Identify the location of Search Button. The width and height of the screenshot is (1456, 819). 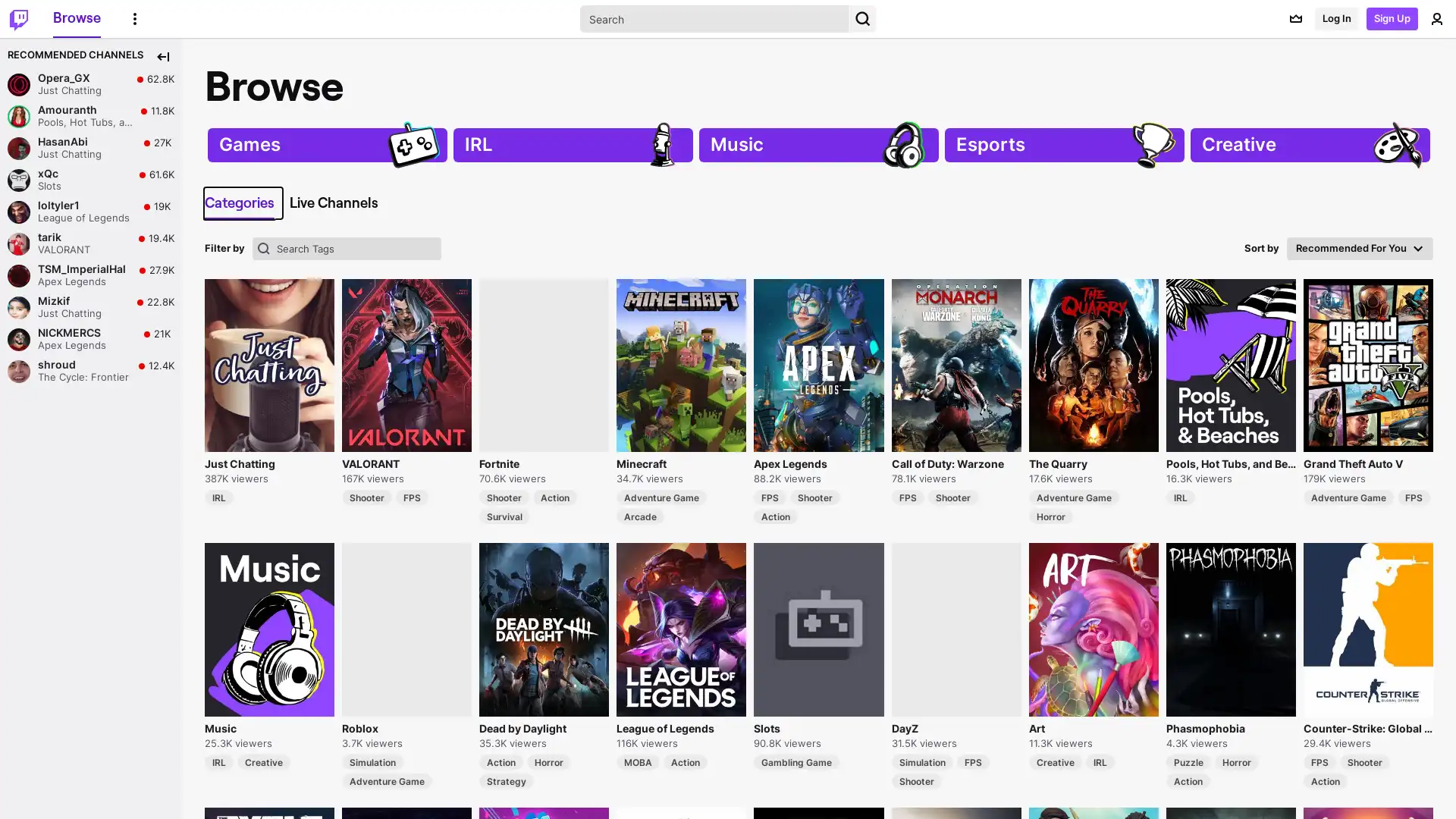
(862, 18).